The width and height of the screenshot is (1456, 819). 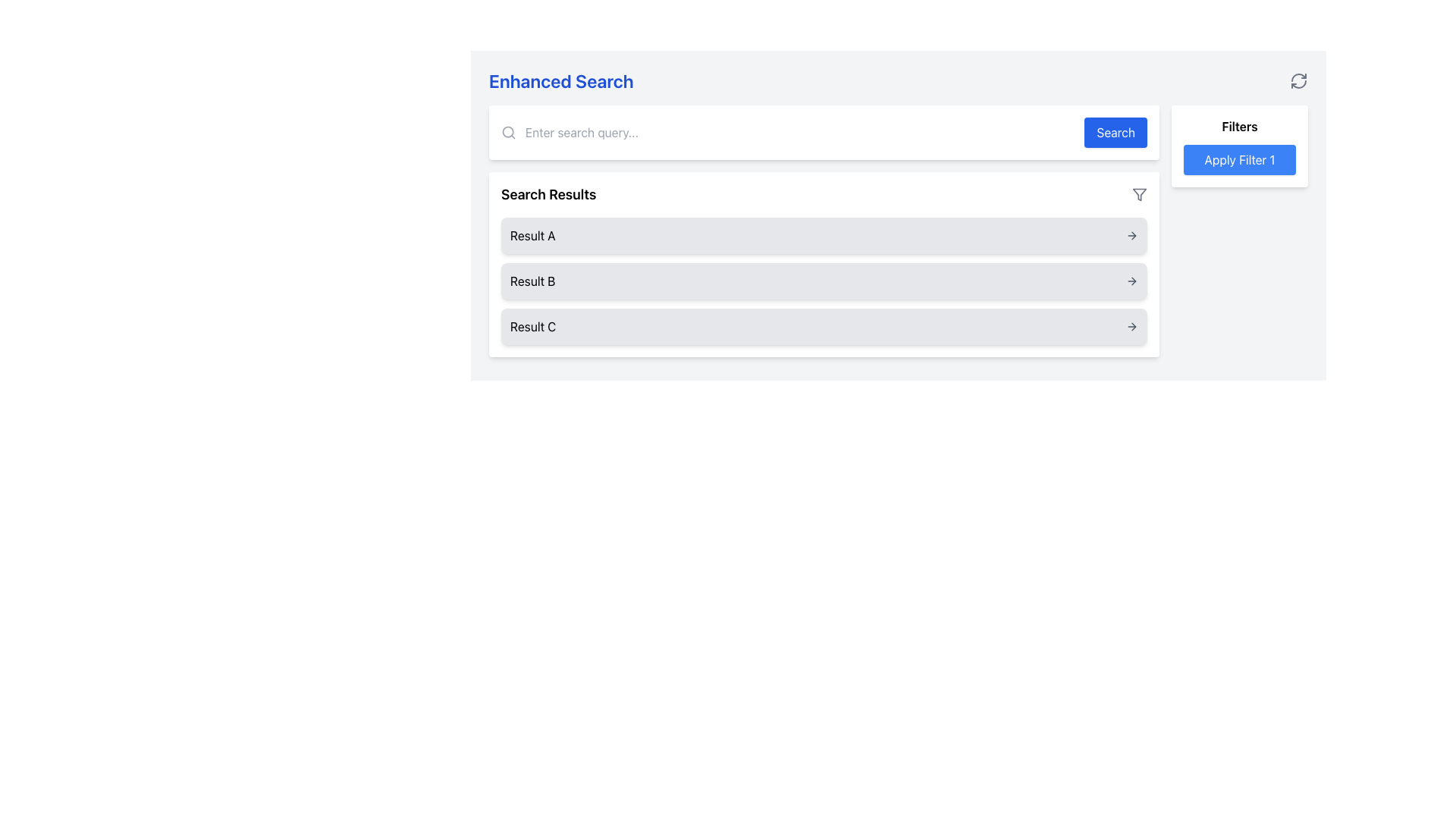 What do you see at coordinates (509, 131) in the screenshot?
I see `the magnifying glass icon located within the search bar, positioned to the left of the text input field and the 'Search' button` at bounding box center [509, 131].